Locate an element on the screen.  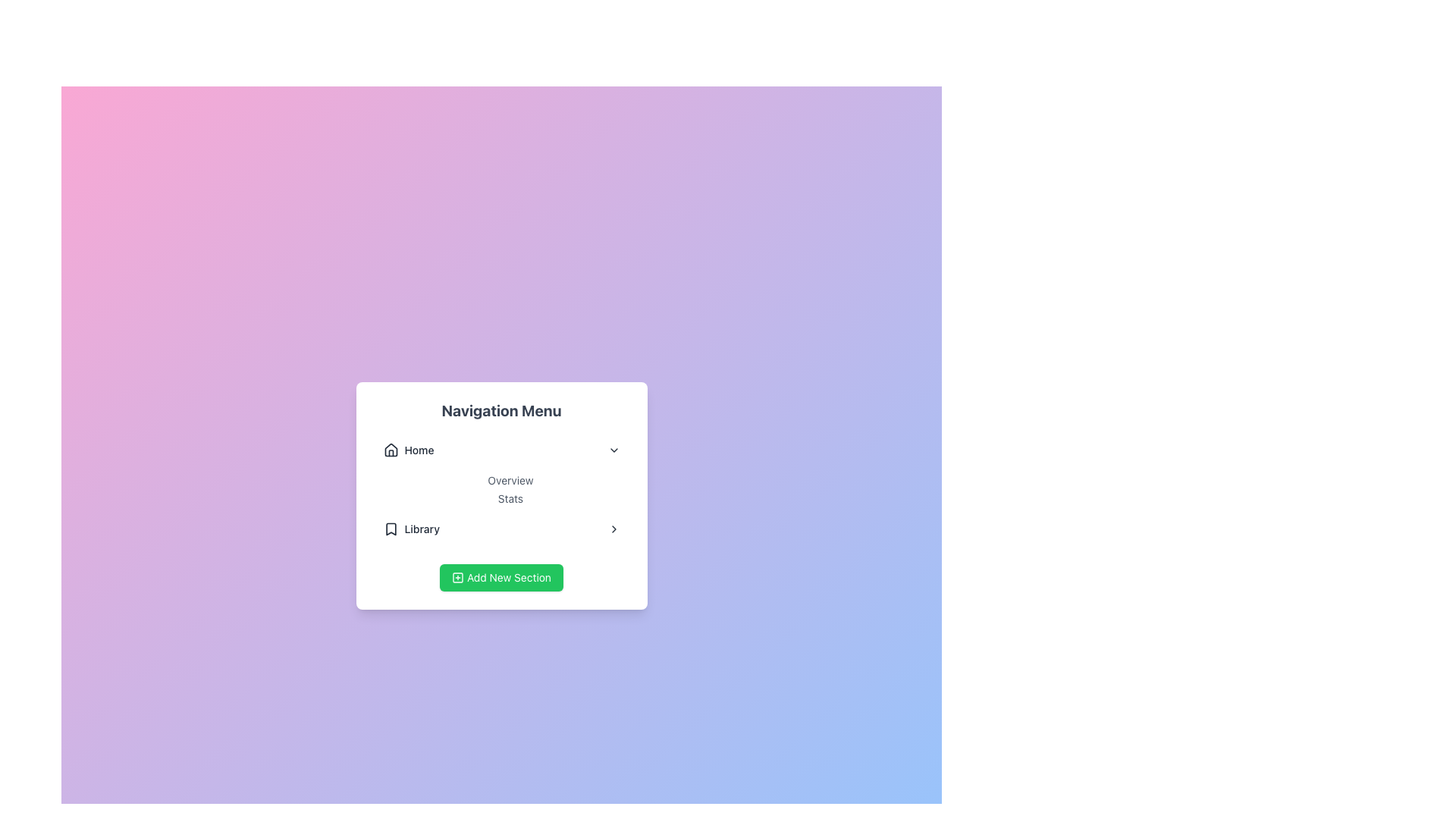
the 'Home' text label in the upper-left section of the navigation menu to indicate the home page option is located at coordinates (419, 450).